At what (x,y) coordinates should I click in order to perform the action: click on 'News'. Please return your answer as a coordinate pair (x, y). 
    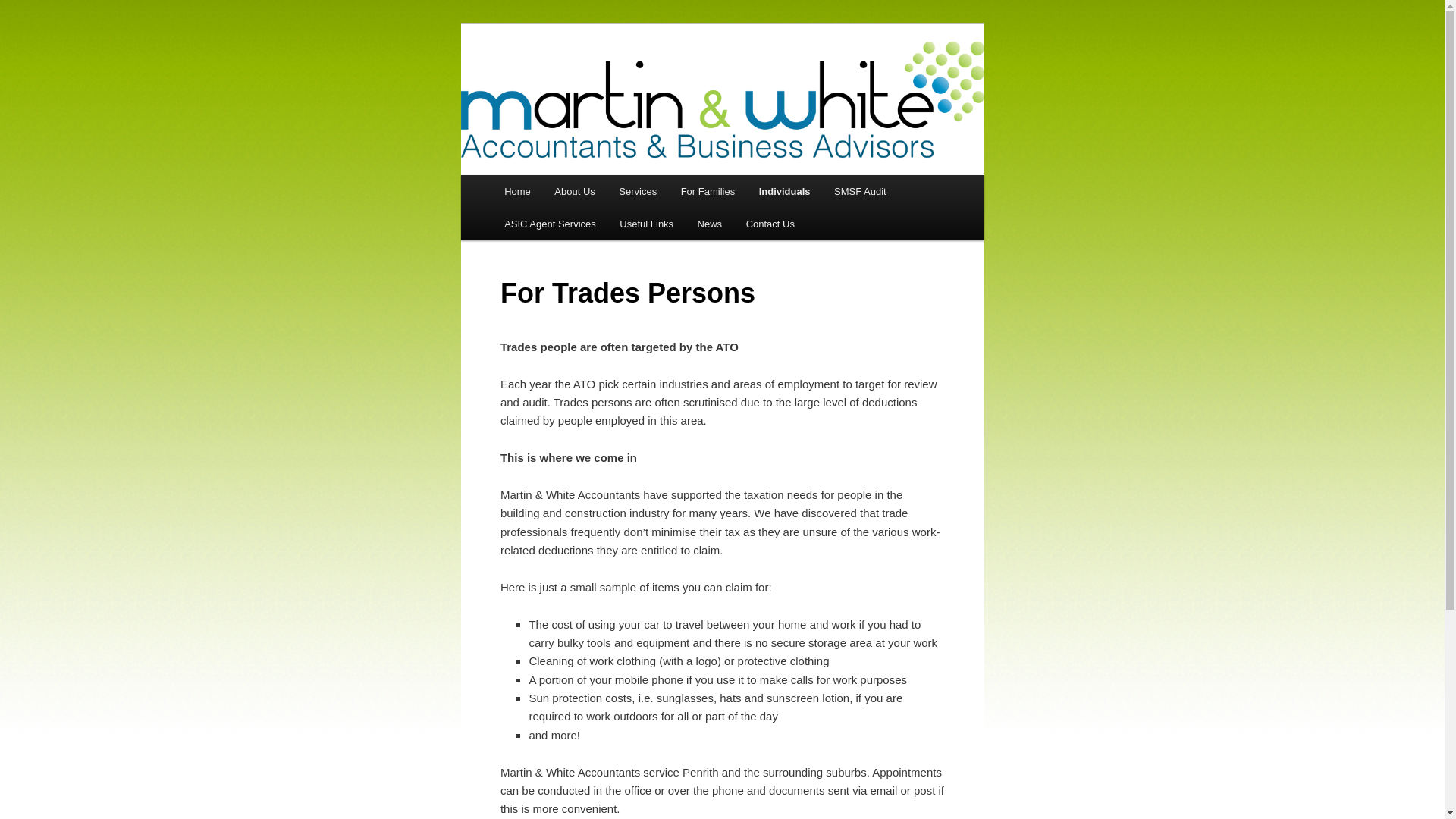
    Looking at the image, I should click on (709, 224).